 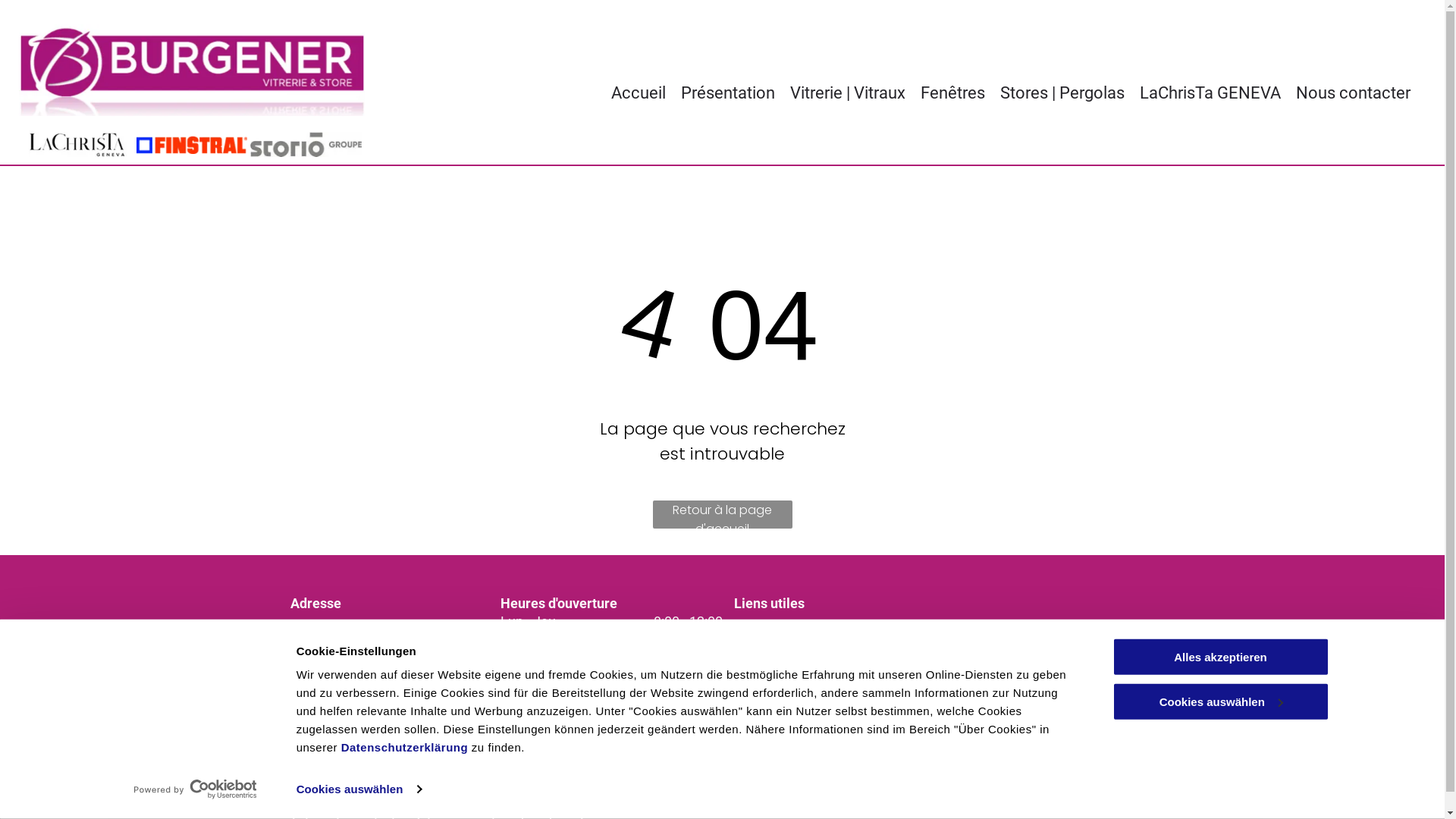 I want to click on 'Nous contacter', so click(x=1294, y=93).